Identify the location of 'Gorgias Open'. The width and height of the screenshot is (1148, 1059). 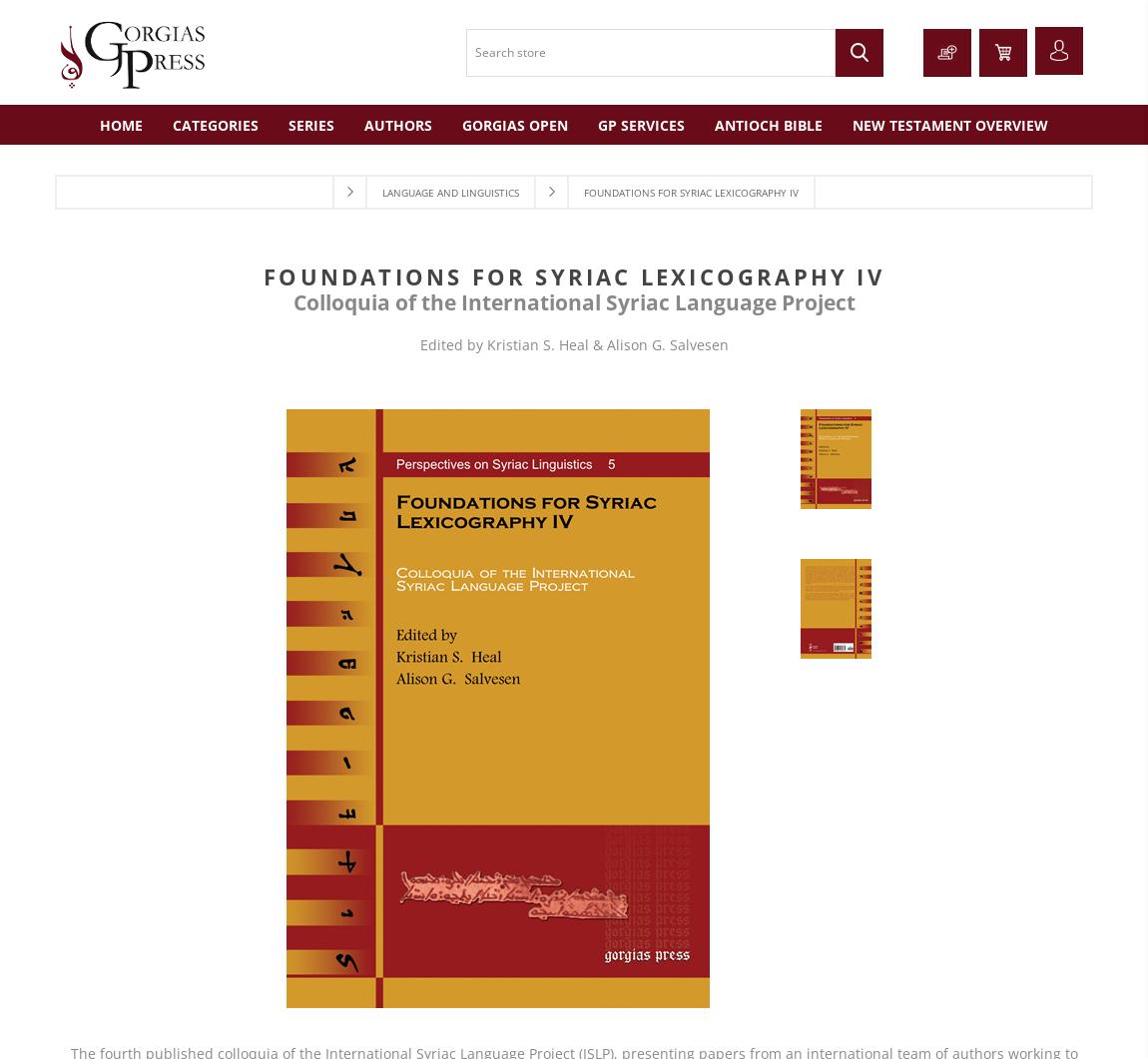
(515, 124).